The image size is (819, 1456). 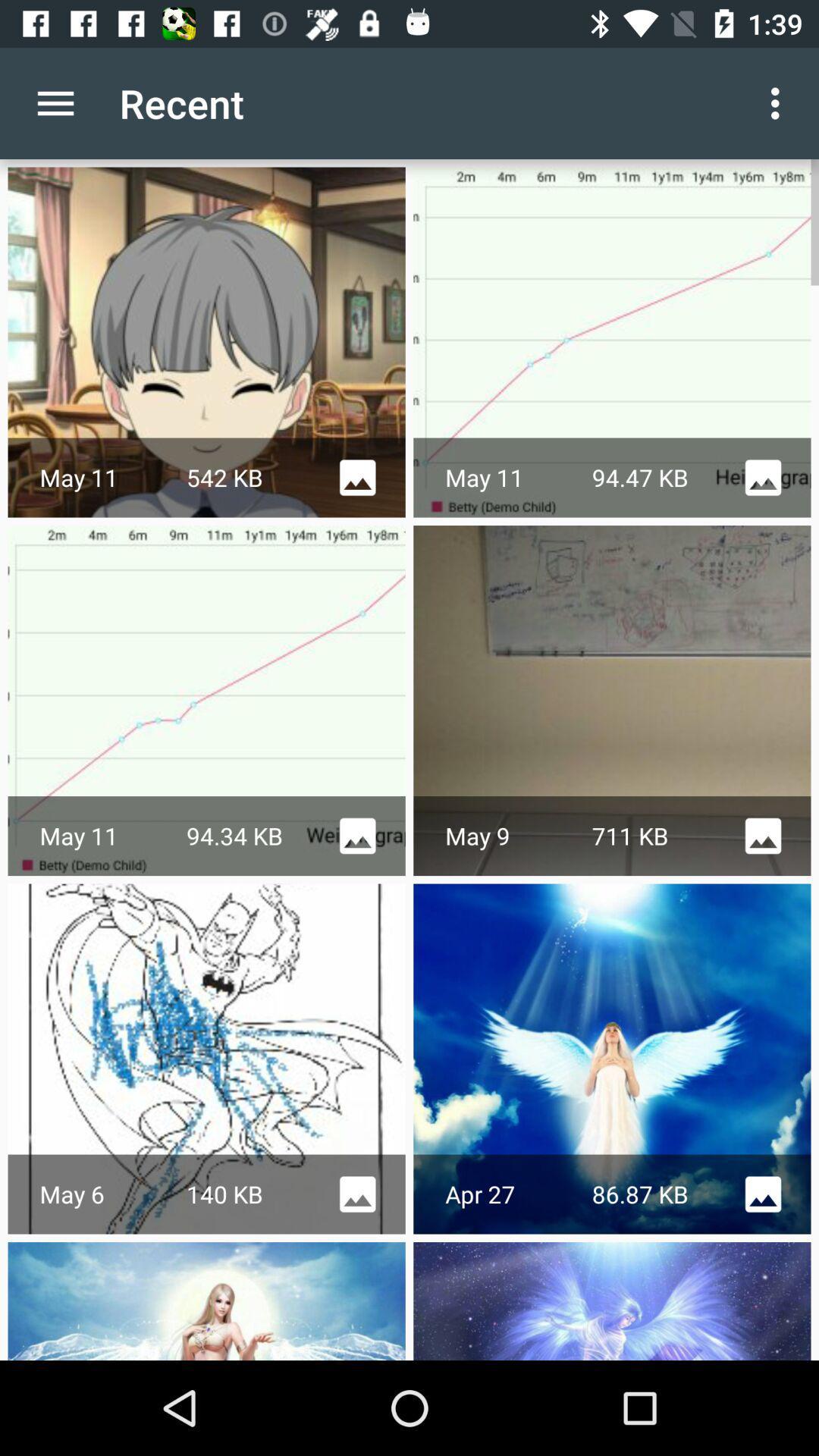 I want to click on the icon next to recent, so click(x=55, y=102).